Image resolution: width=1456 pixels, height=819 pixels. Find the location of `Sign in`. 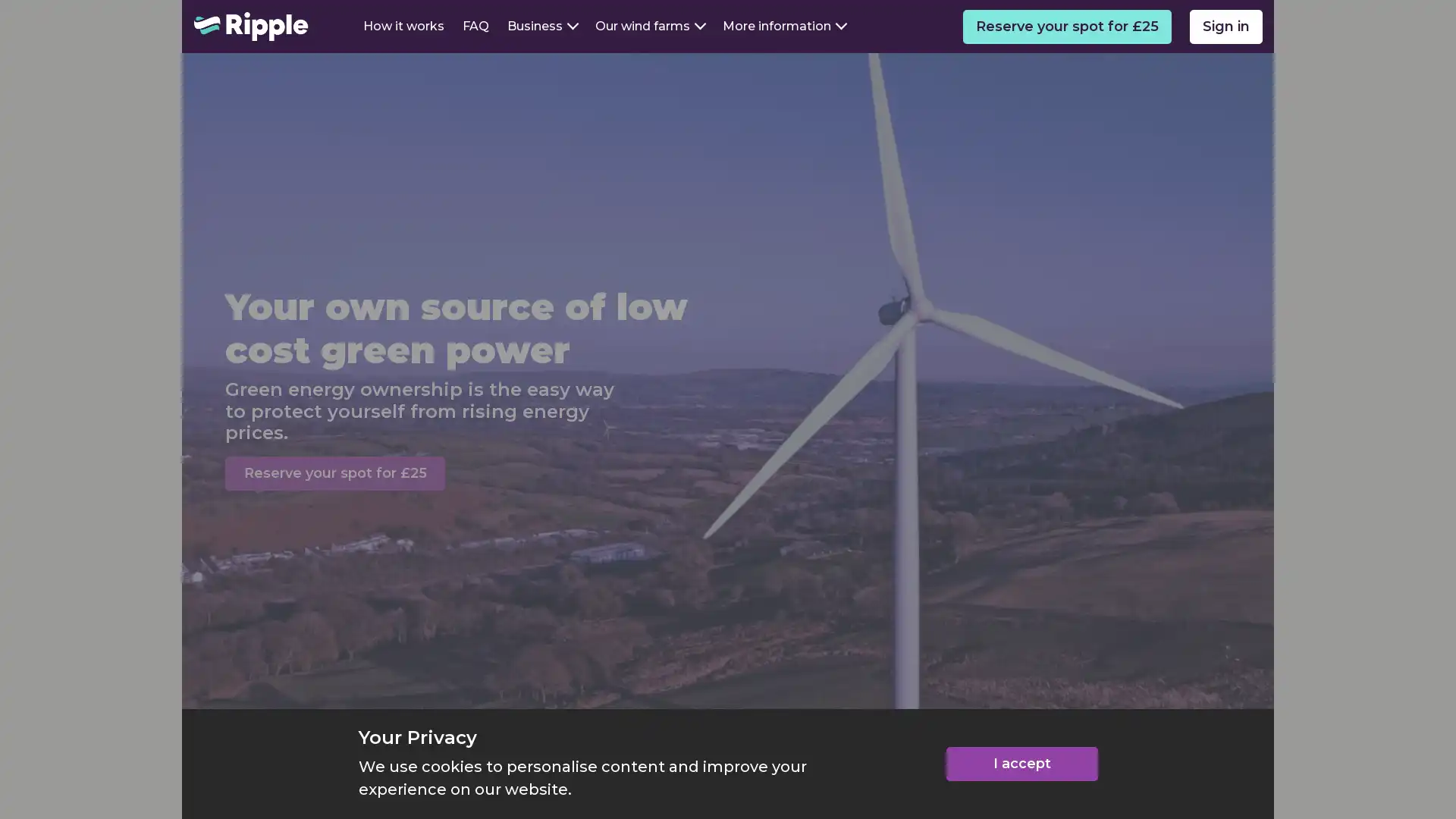

Sign in is located at coordinates (1226, 26).